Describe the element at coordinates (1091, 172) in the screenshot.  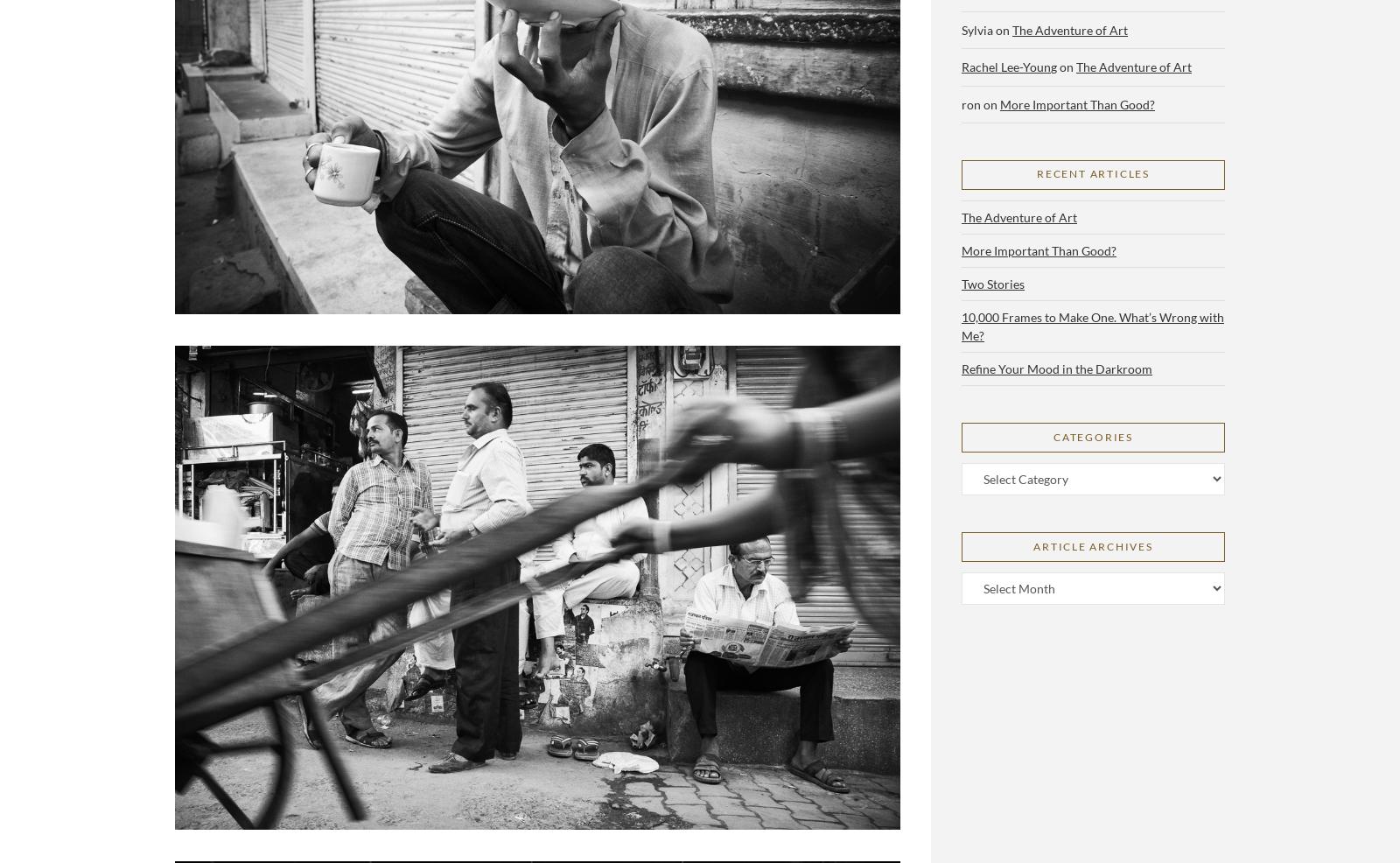
I see `'Recent Articles'` at that location.